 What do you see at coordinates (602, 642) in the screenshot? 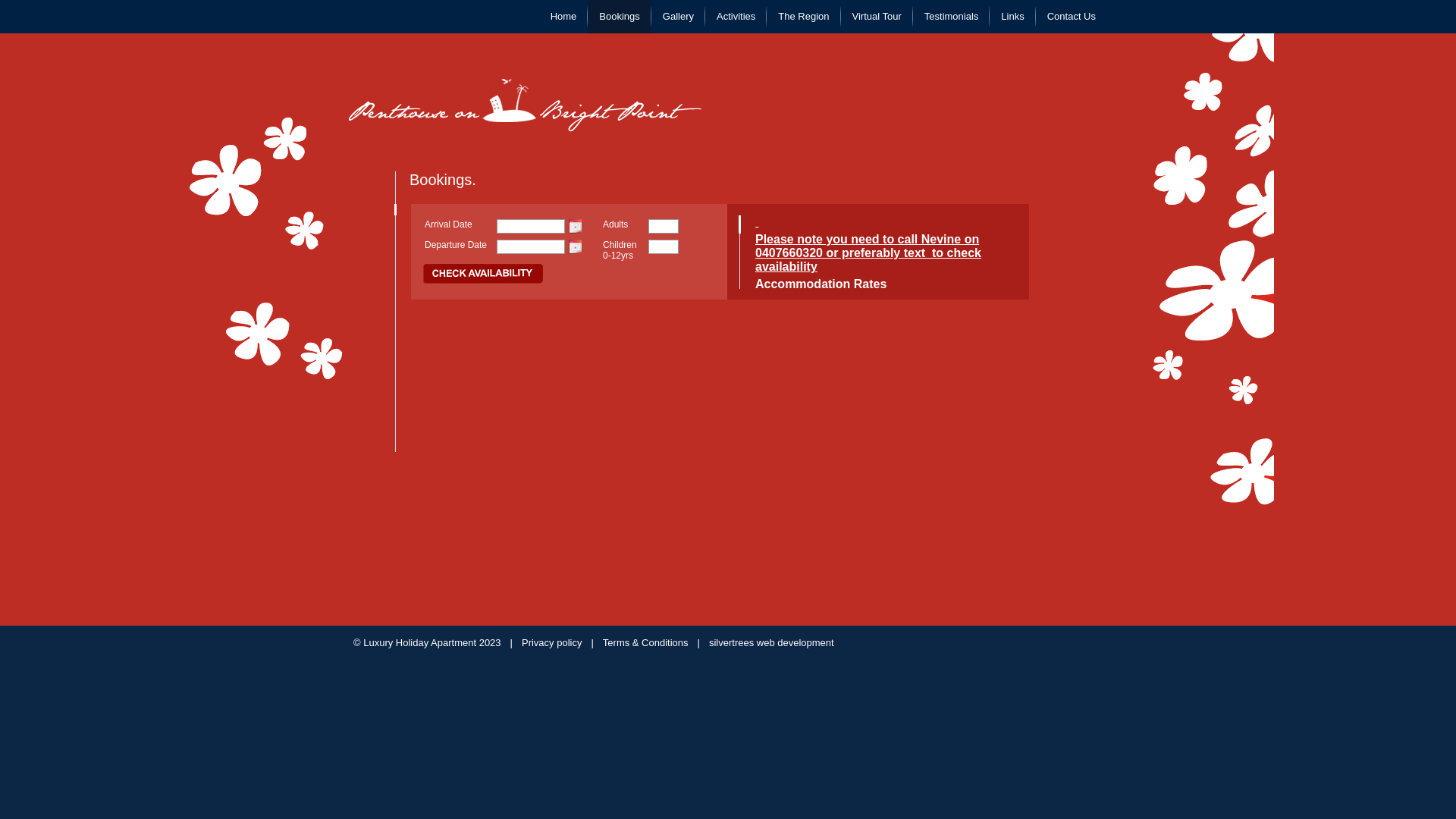
I see `'Terms & Conditions'` at bounding box center [602, 642].